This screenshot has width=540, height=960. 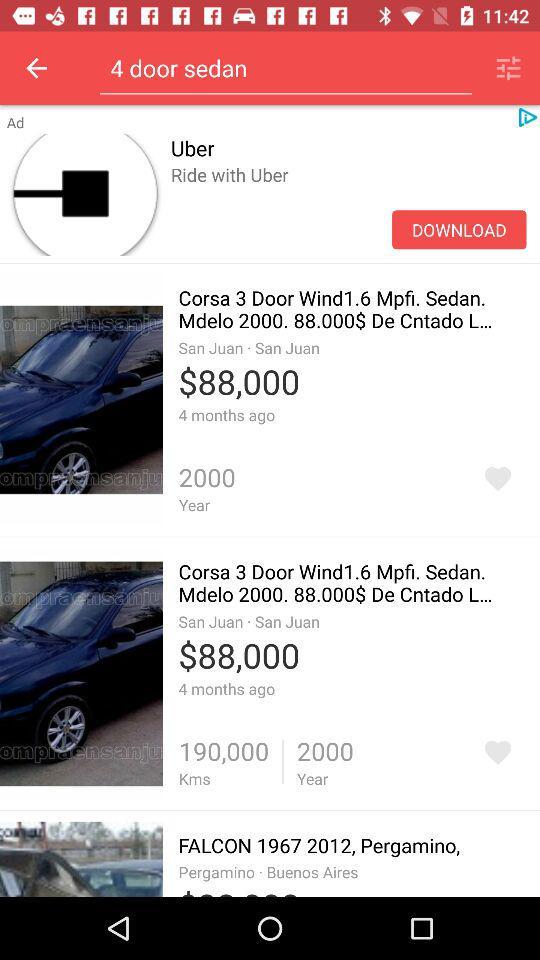 What do you see at coordinates (496, 751) in the screenshot?
I see `likes button` at bounding box center [496, 751].